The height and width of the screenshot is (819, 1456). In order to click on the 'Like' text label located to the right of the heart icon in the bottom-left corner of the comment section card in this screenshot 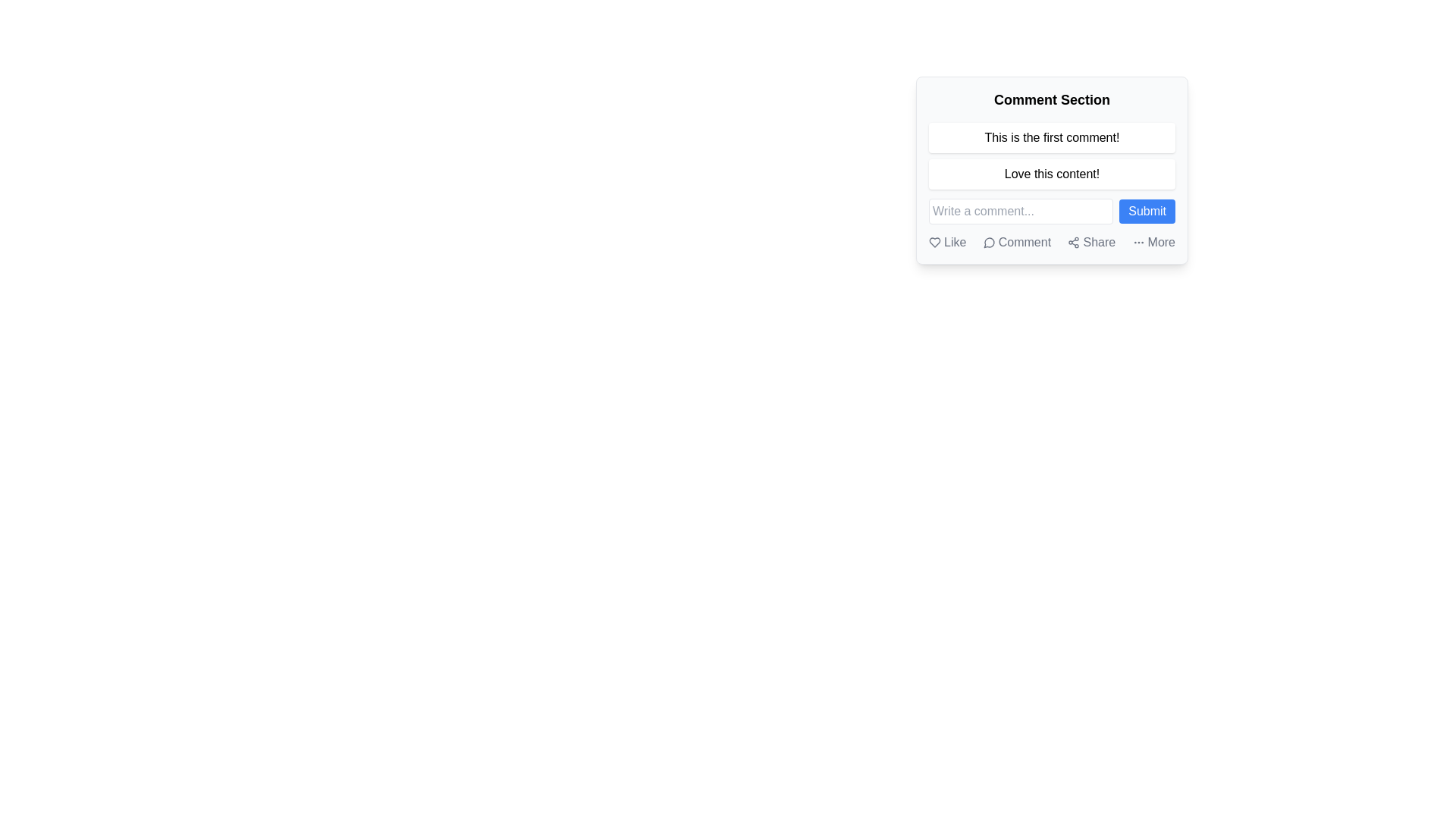, I will do `click(953, 242)`.